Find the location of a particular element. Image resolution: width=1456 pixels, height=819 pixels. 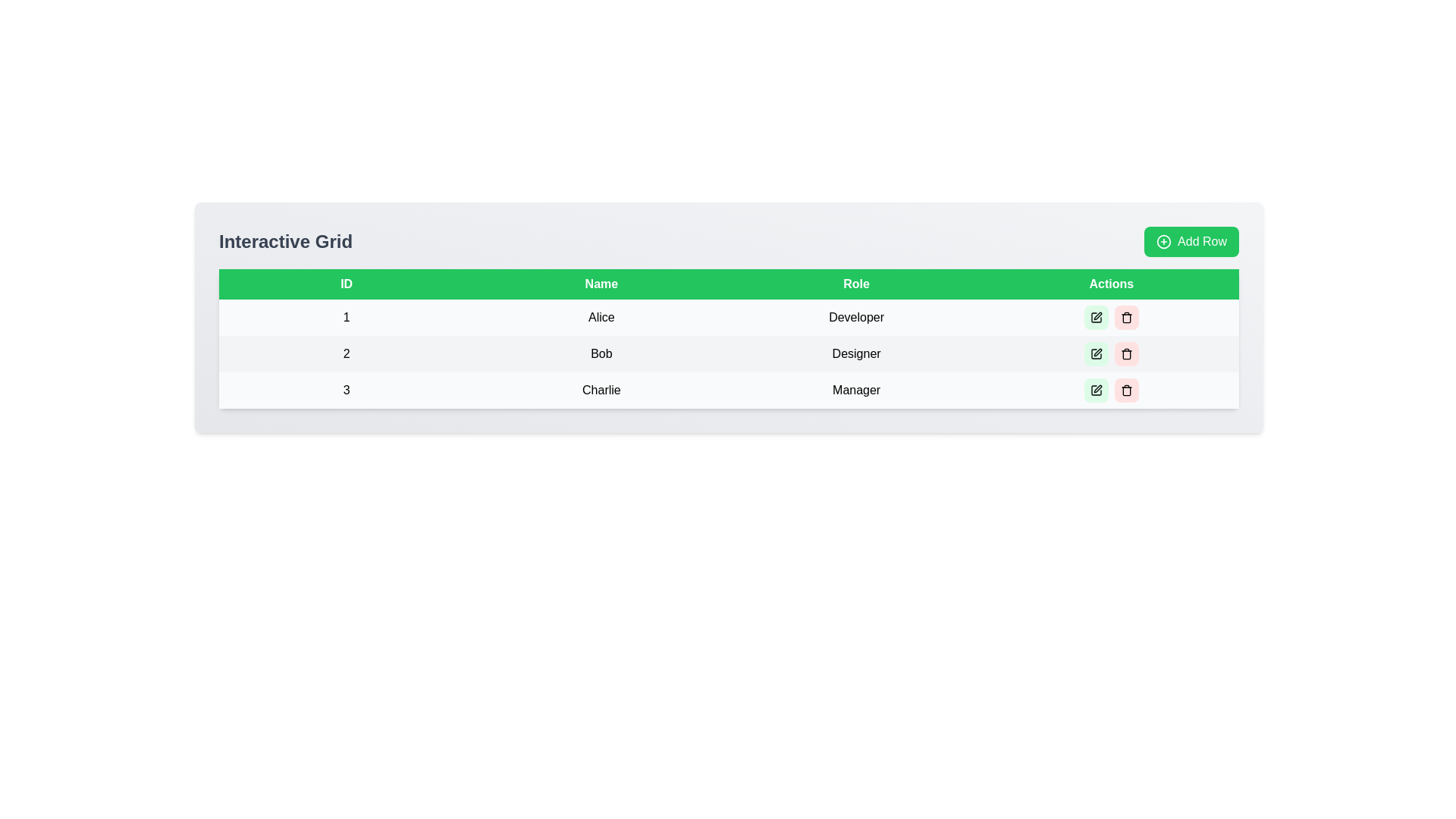

the squared pen-shaped icon in the Actions column for Bob the Designer is located at coordinates (1096, 353).